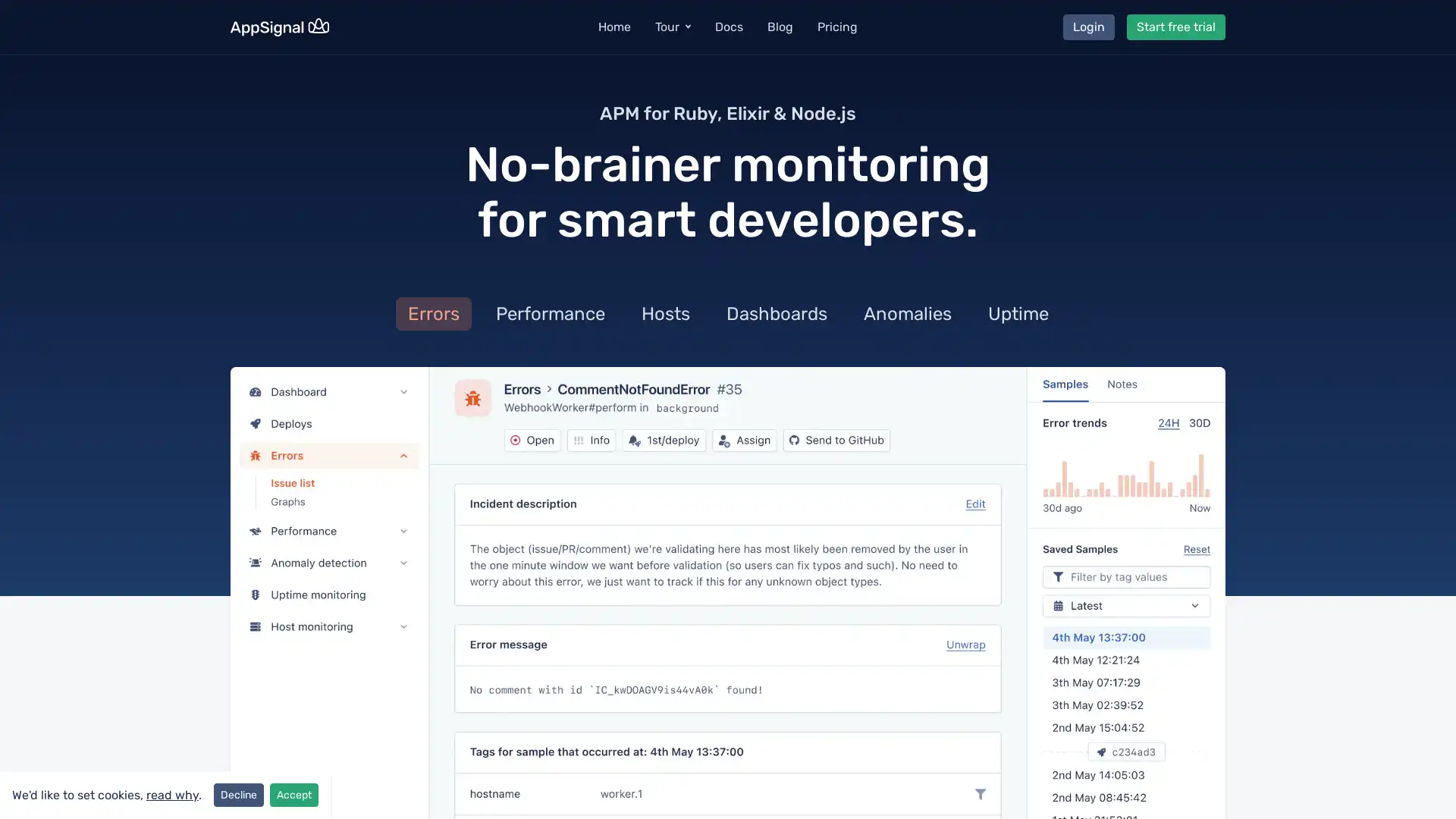  I want to click on Performance, so click(548, 312).